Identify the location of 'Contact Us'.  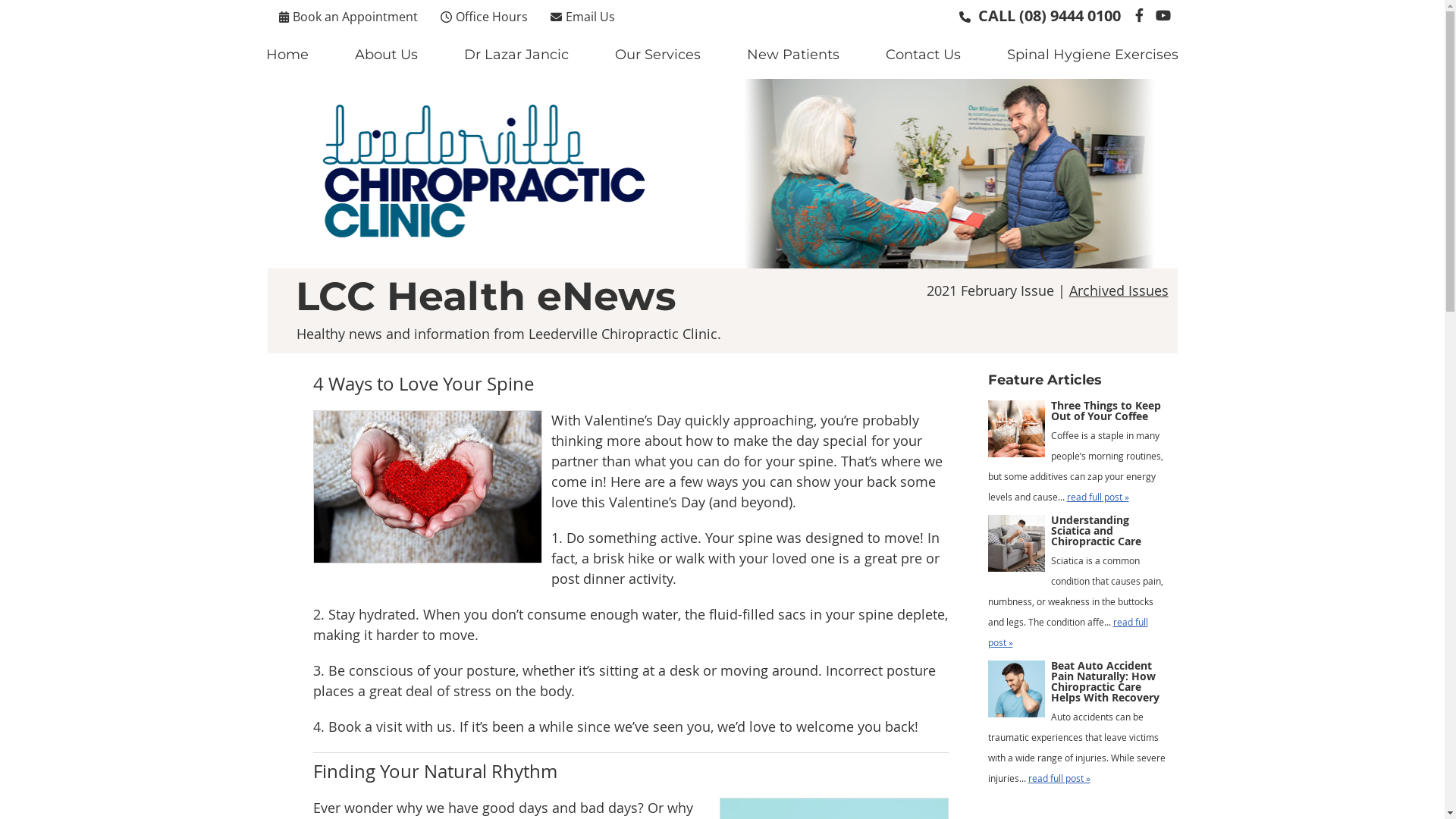
(923, 54).